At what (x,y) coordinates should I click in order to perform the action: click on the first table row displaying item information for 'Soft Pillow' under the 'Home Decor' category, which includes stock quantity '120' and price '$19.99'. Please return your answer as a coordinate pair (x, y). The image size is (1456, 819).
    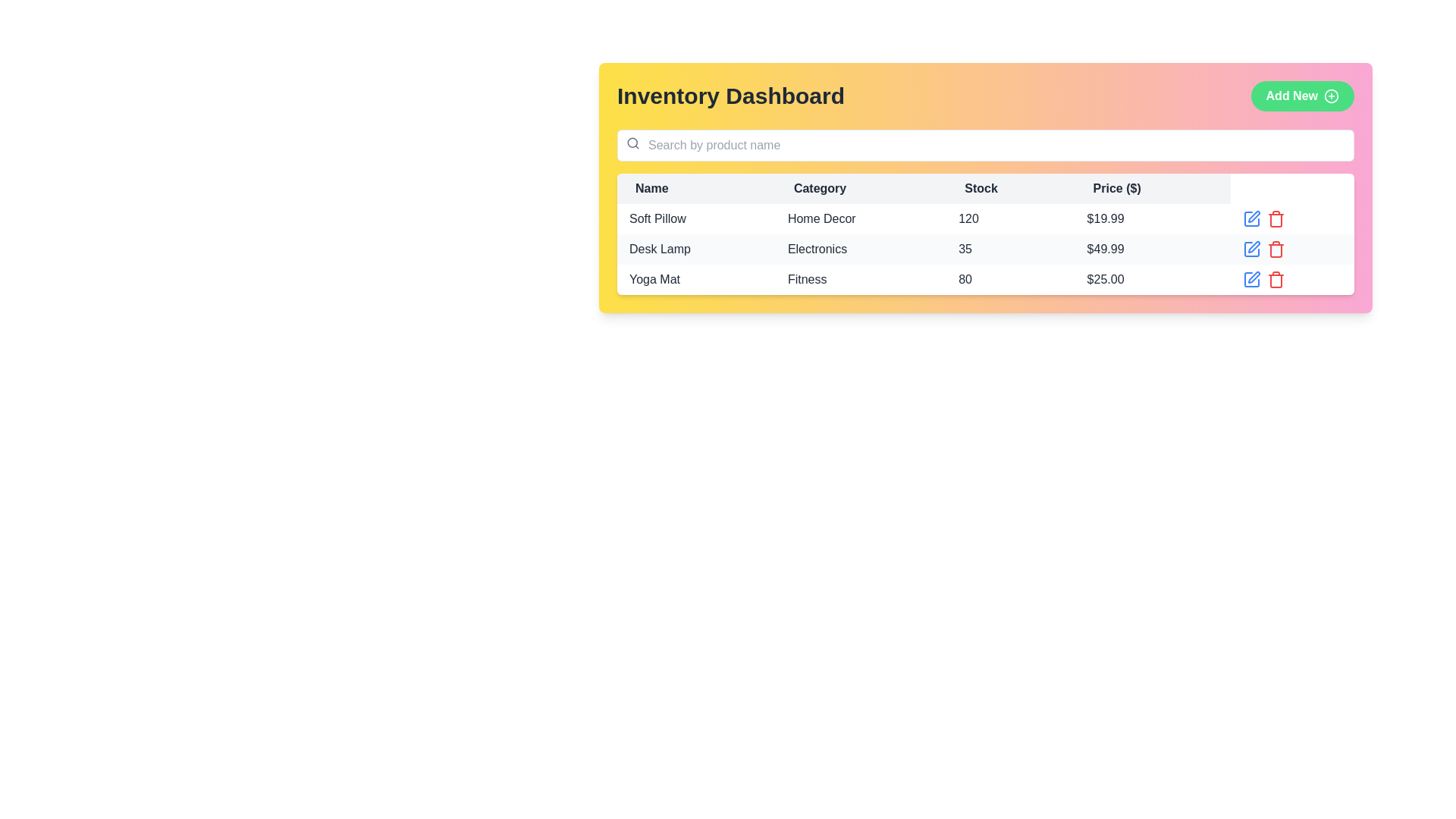
    Looking at the image, I should click on (986, 219).